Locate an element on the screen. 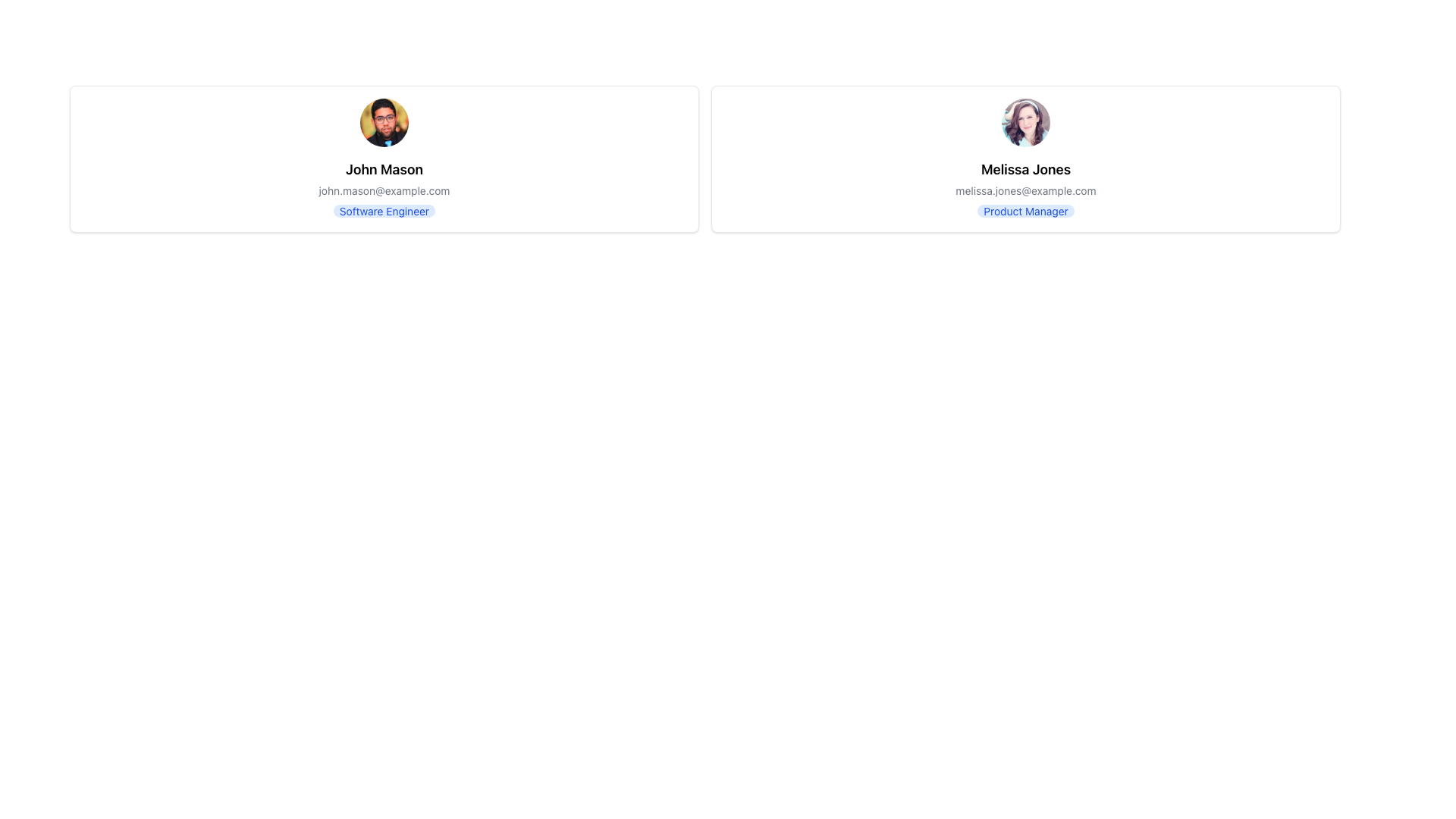  text element displaying the name 'Melissa Jones', which is prominently positioned beneath a circular profile picture and above additional user information is located at coordinates (1026, 169).